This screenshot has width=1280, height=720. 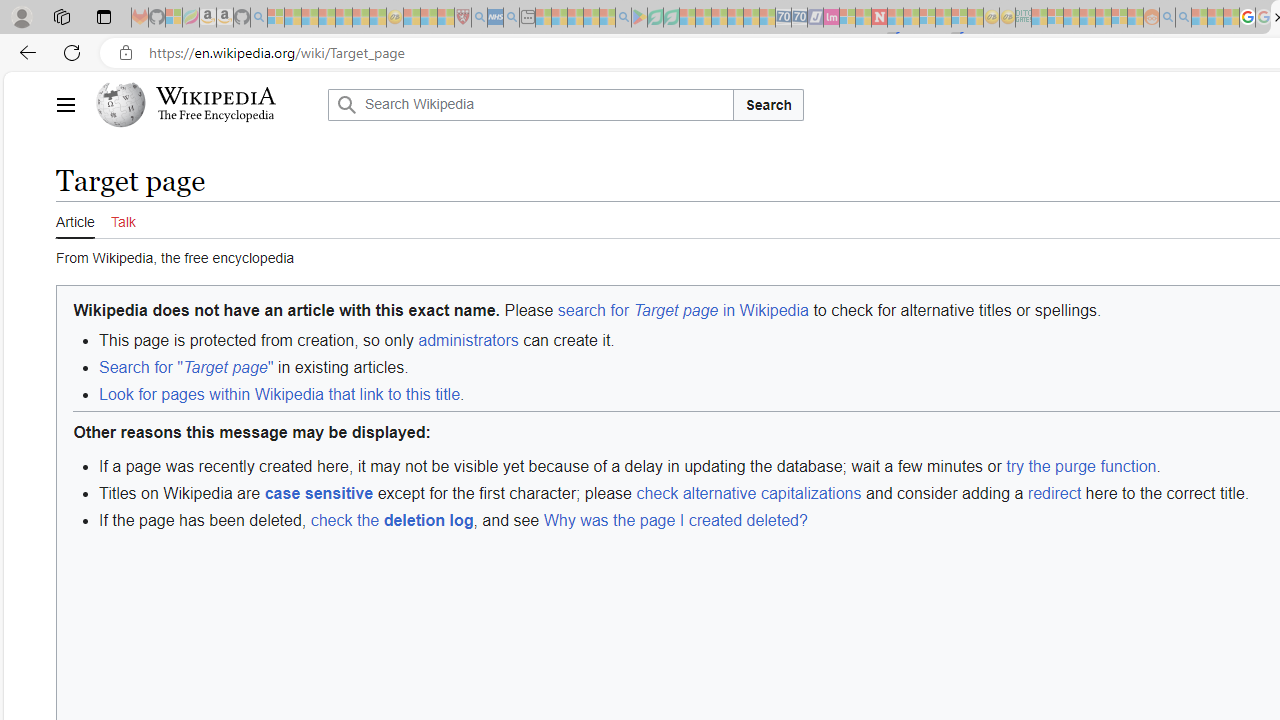 What do you see at coordinates (1102, 17) in the screenshot?
I see `'Kinda Frugal - MSN - Sleeping'` at bounding box center [1102, 17].